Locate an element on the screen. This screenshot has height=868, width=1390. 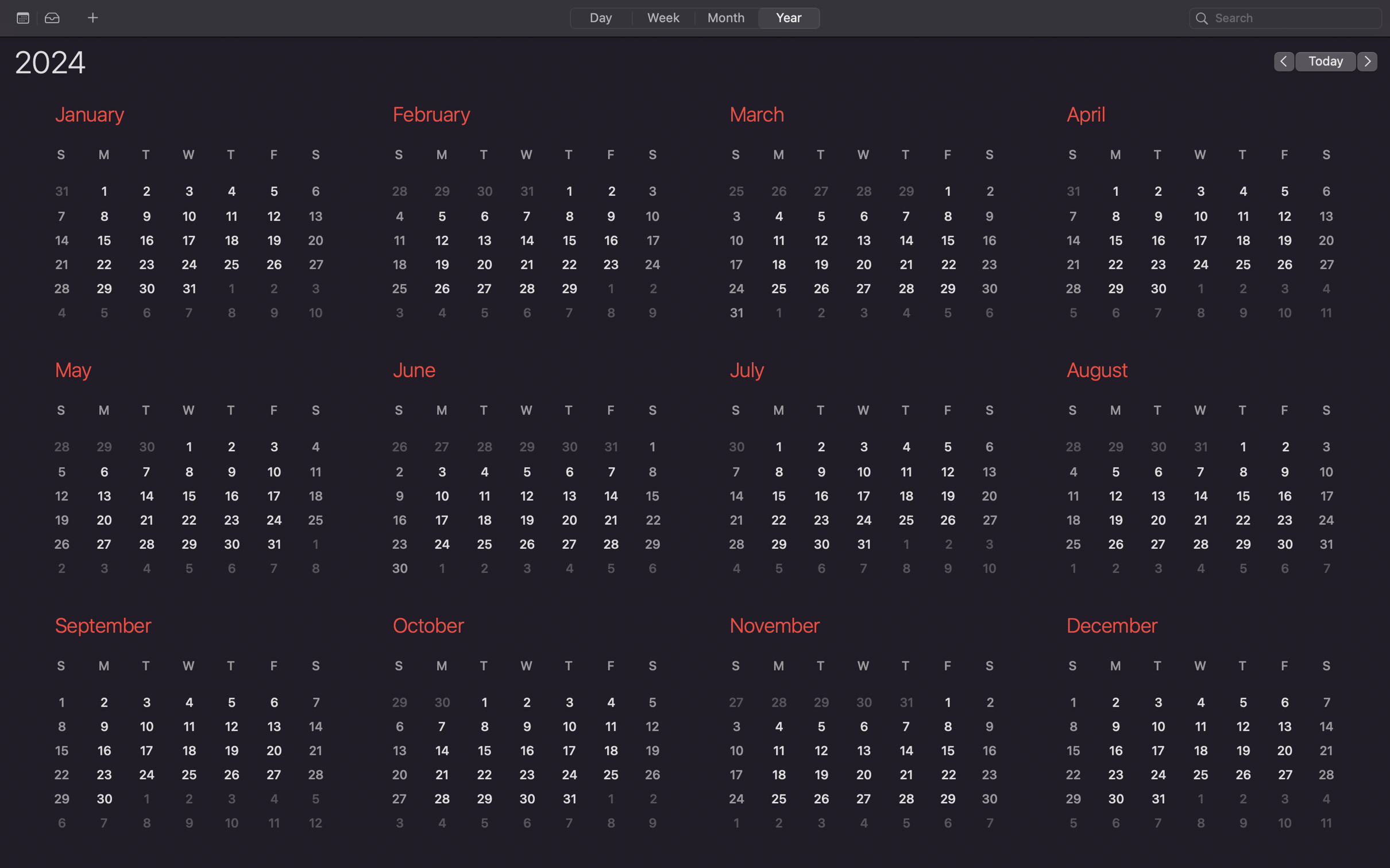
the October calendar is located at coordinates (524, 727).